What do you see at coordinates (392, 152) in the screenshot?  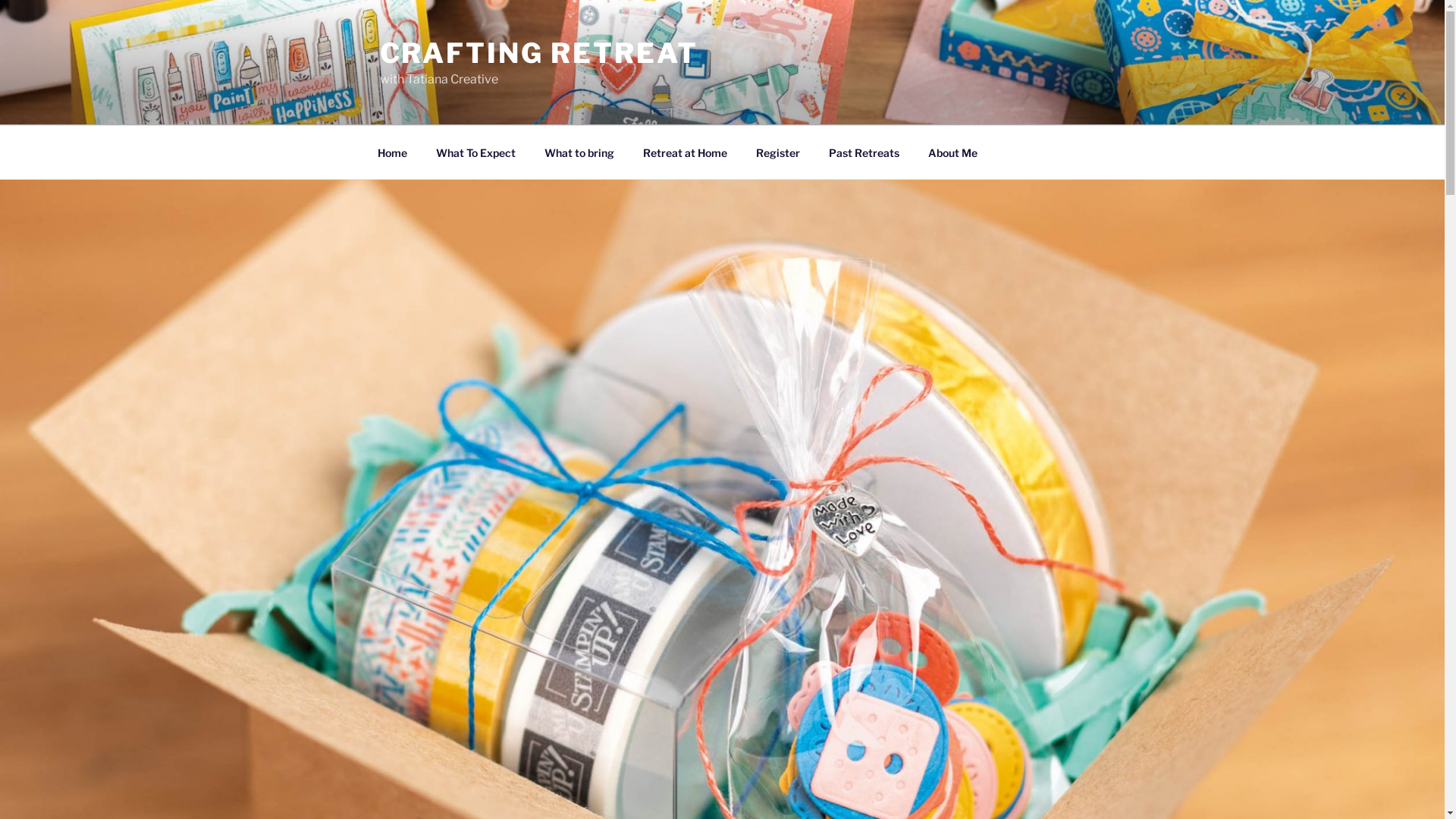 I see `'Home'` at bounding box center [392, 152].